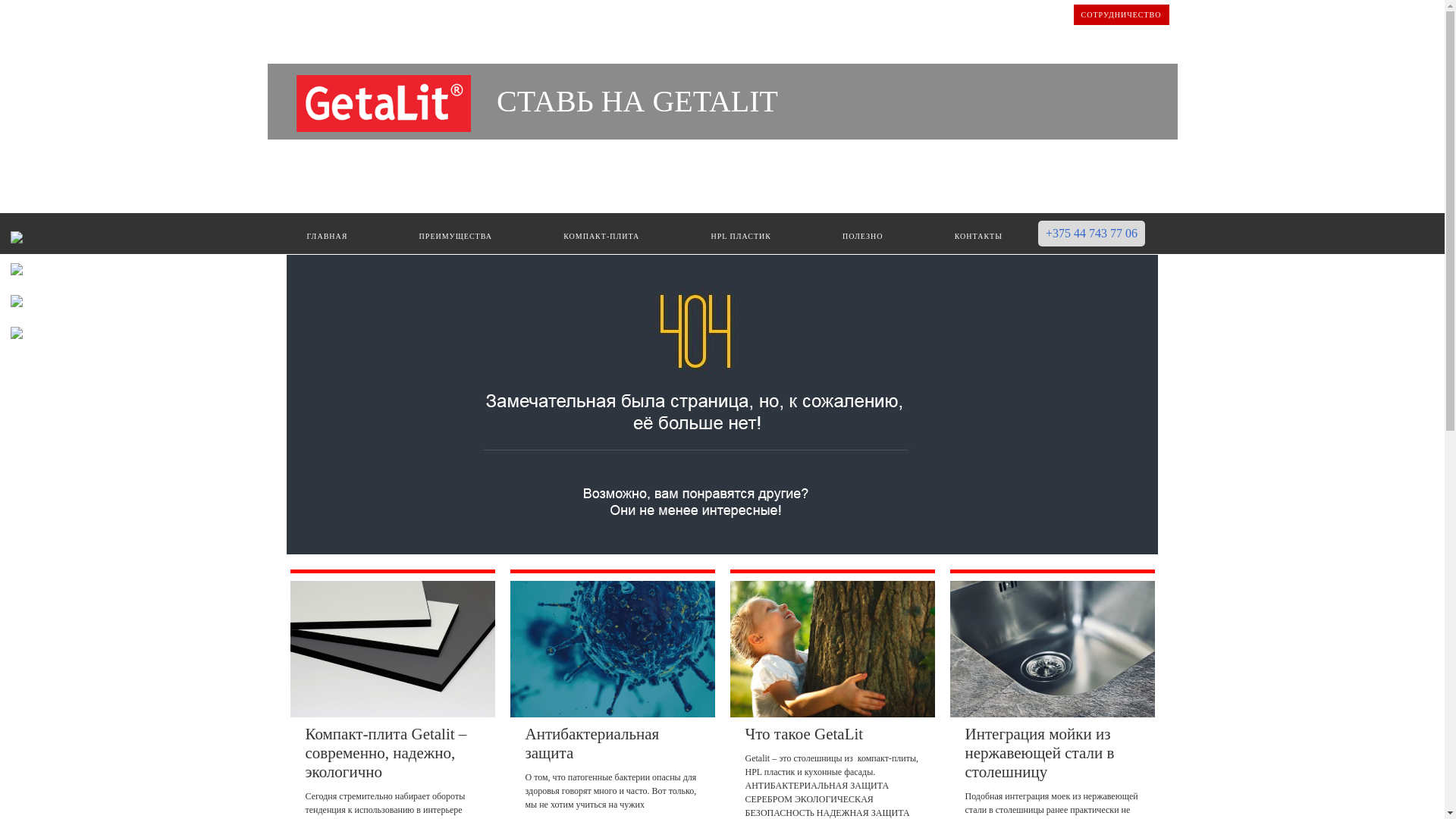  Describe the element at coordinates (1090, 234) in the screenshot. I see `'+375 44 743 77 06'` at that location.